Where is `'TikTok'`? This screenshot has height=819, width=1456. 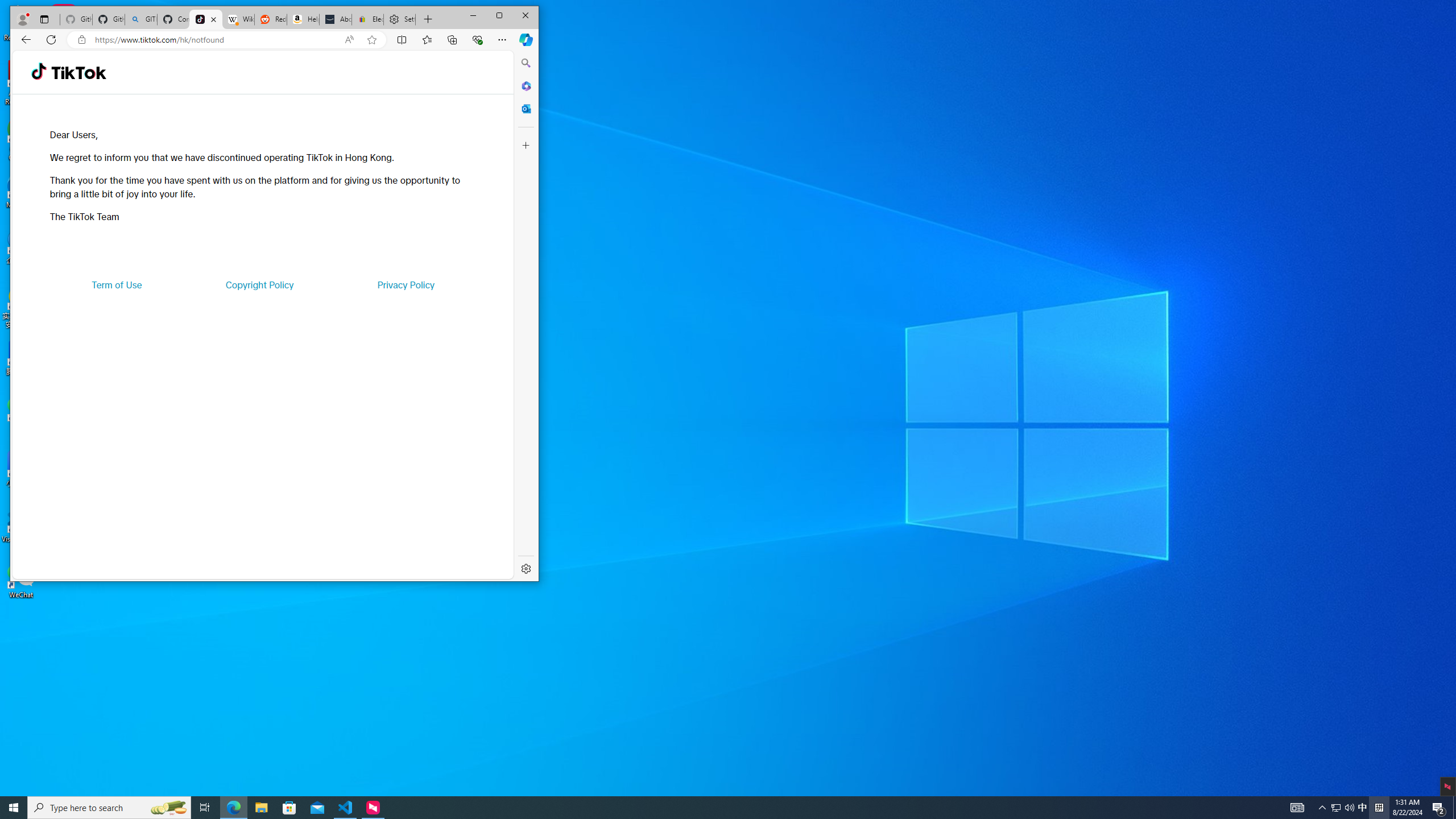 'TikTok' is located at coordinates (78, 72).